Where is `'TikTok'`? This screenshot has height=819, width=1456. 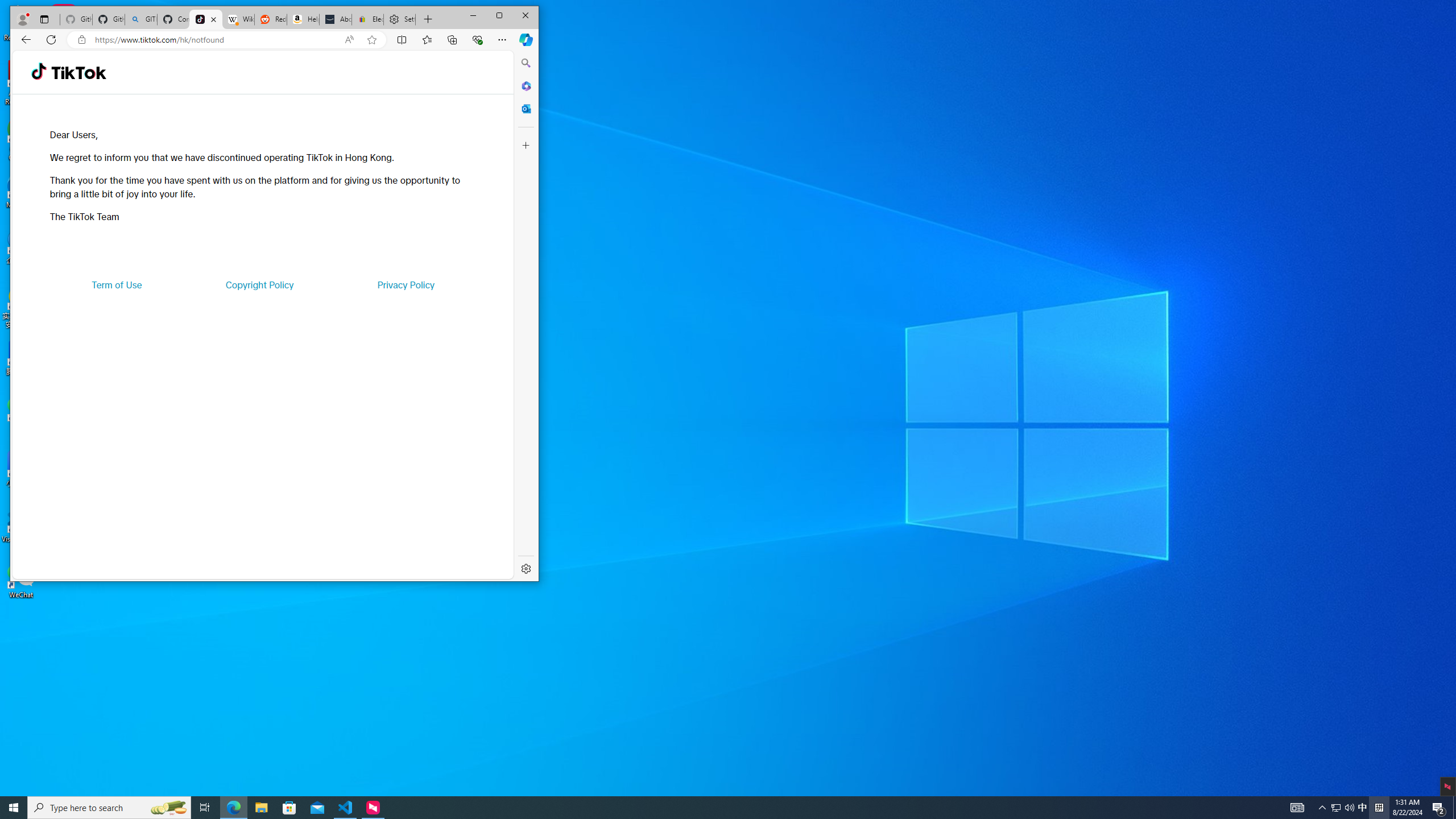 'TikTok' is located at coordinates (78, 72).